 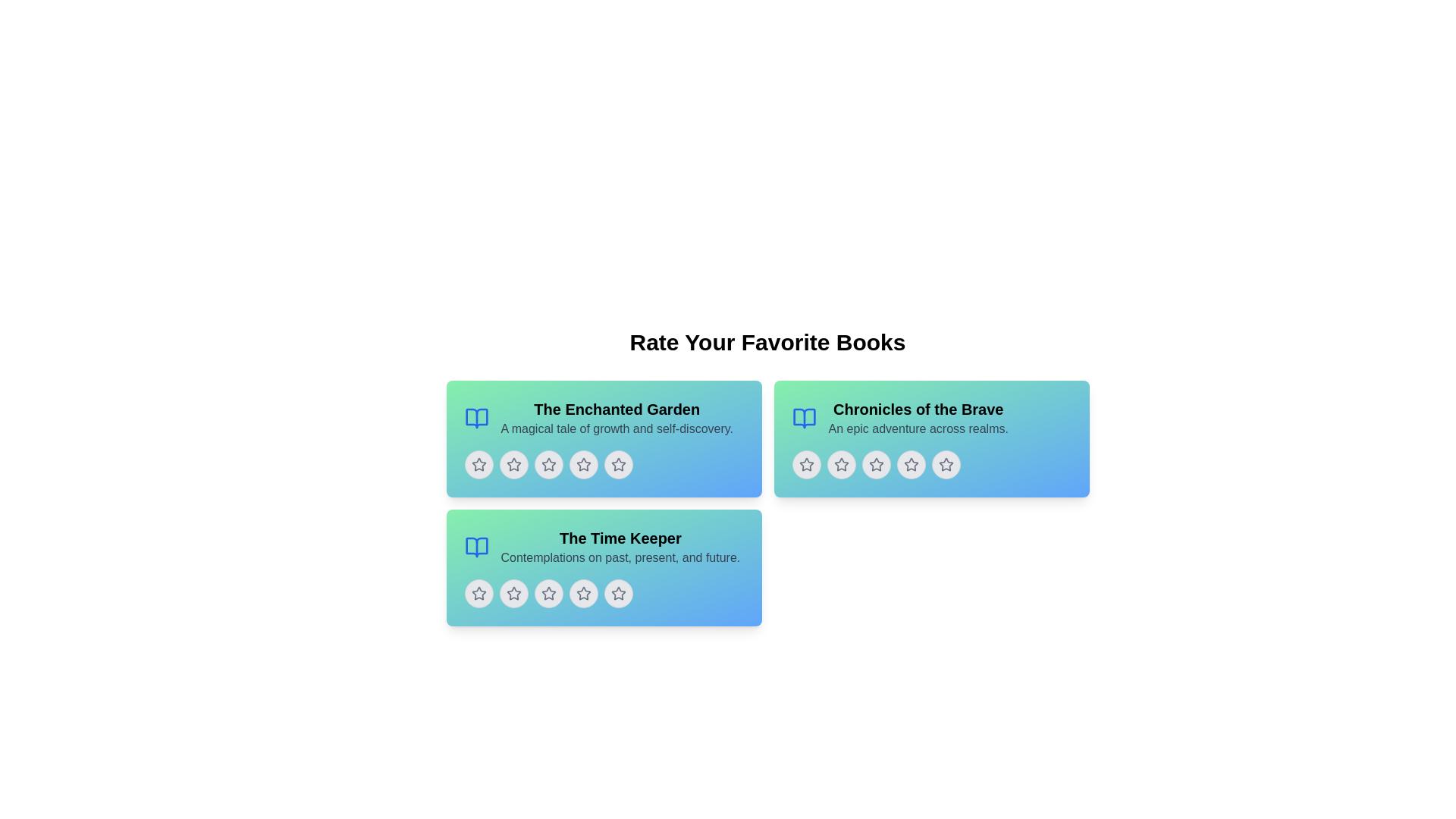 I want to click on the circular button with a gray border and light gray background that encloses a star icon, located in the first row and first card labeled 'The Enchanted Garden', which is the second button from the left among five rating buttons, so click(x=513, y=464).